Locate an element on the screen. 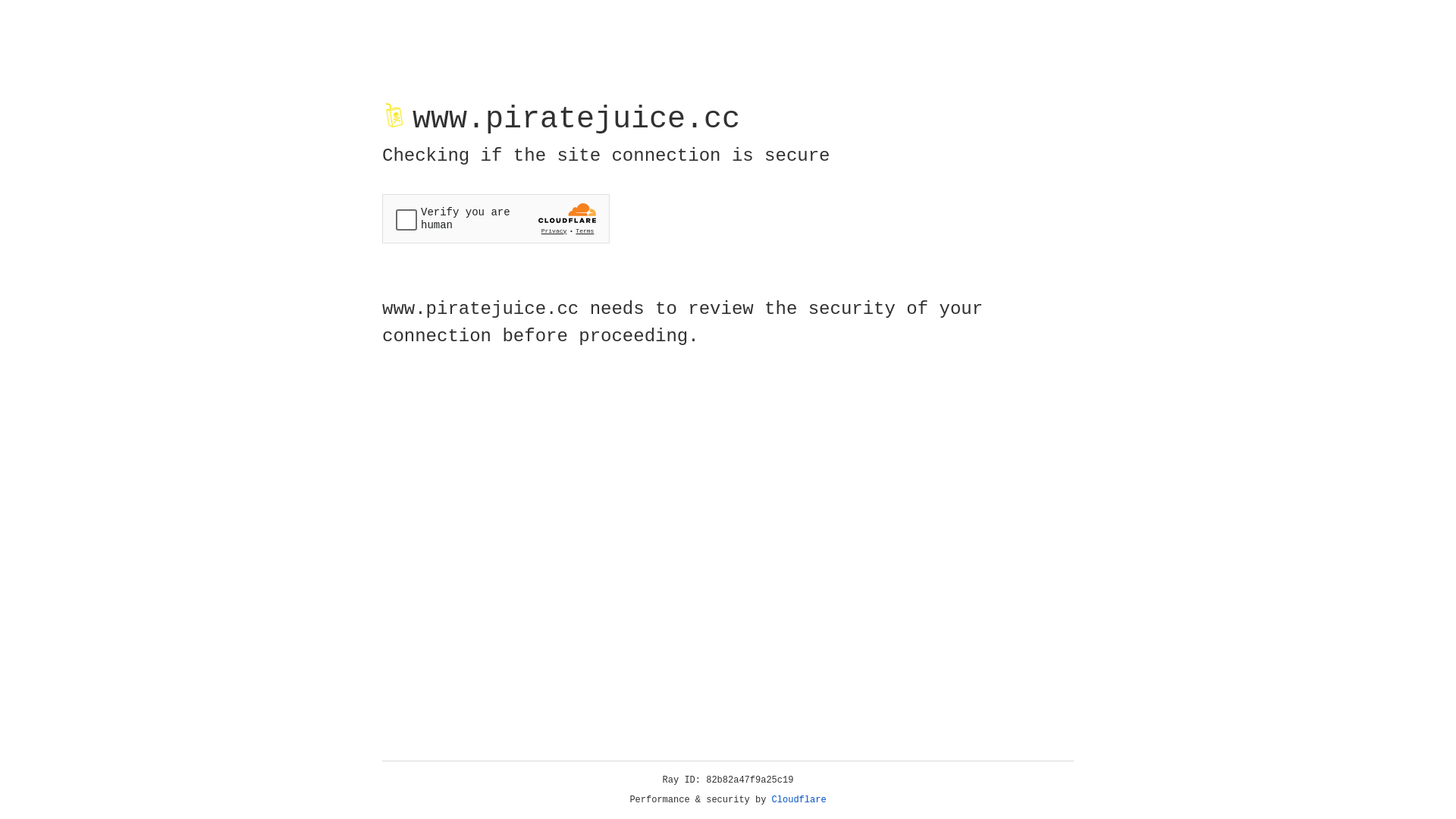 The height and width of the screenshot is (819, 1456). 'Widget containing a Cloudflare security challenge' is located at coordinates (495, 218).